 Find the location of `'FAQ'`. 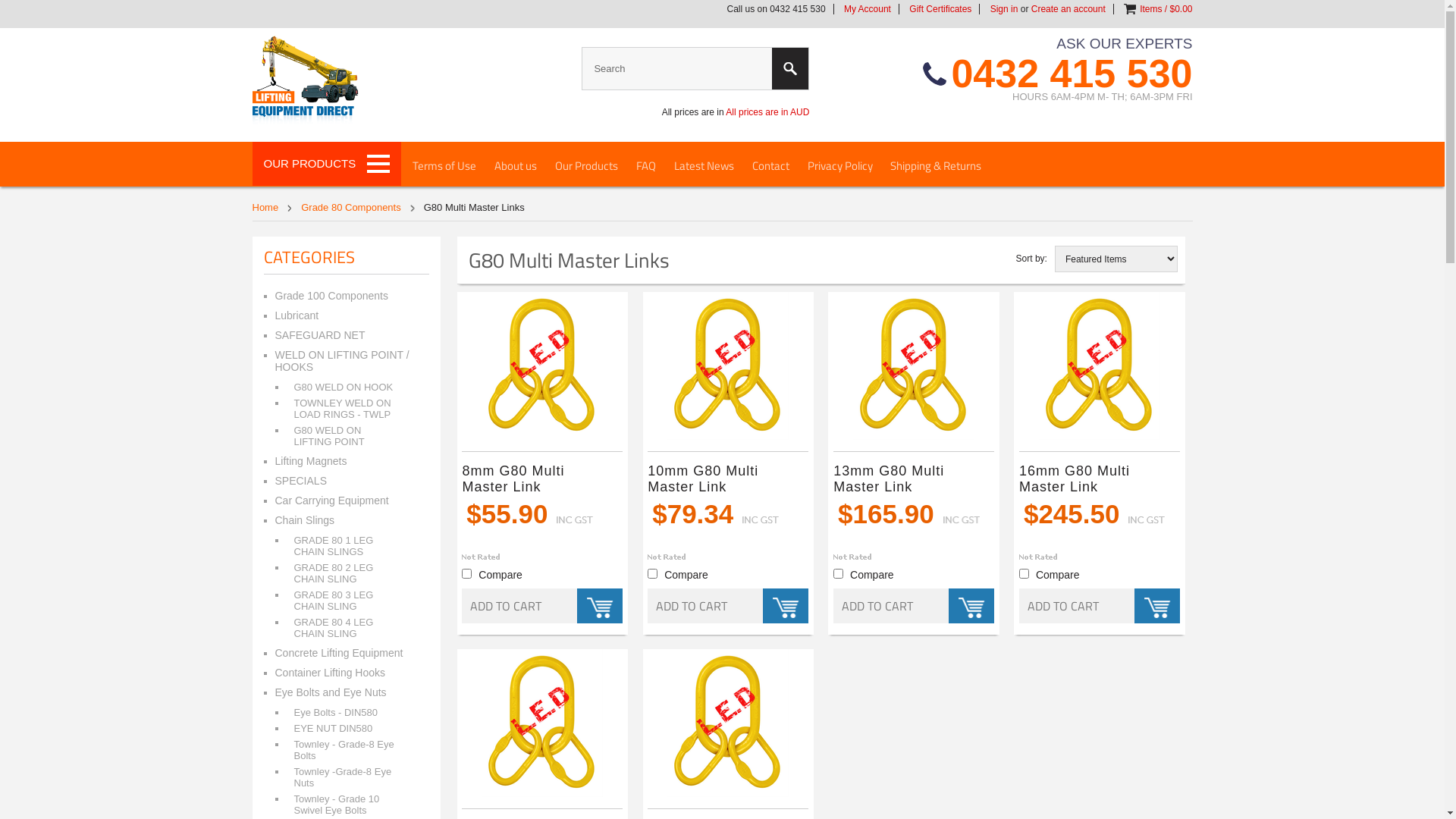

'FAQ' is located at coordinates (645, 165).